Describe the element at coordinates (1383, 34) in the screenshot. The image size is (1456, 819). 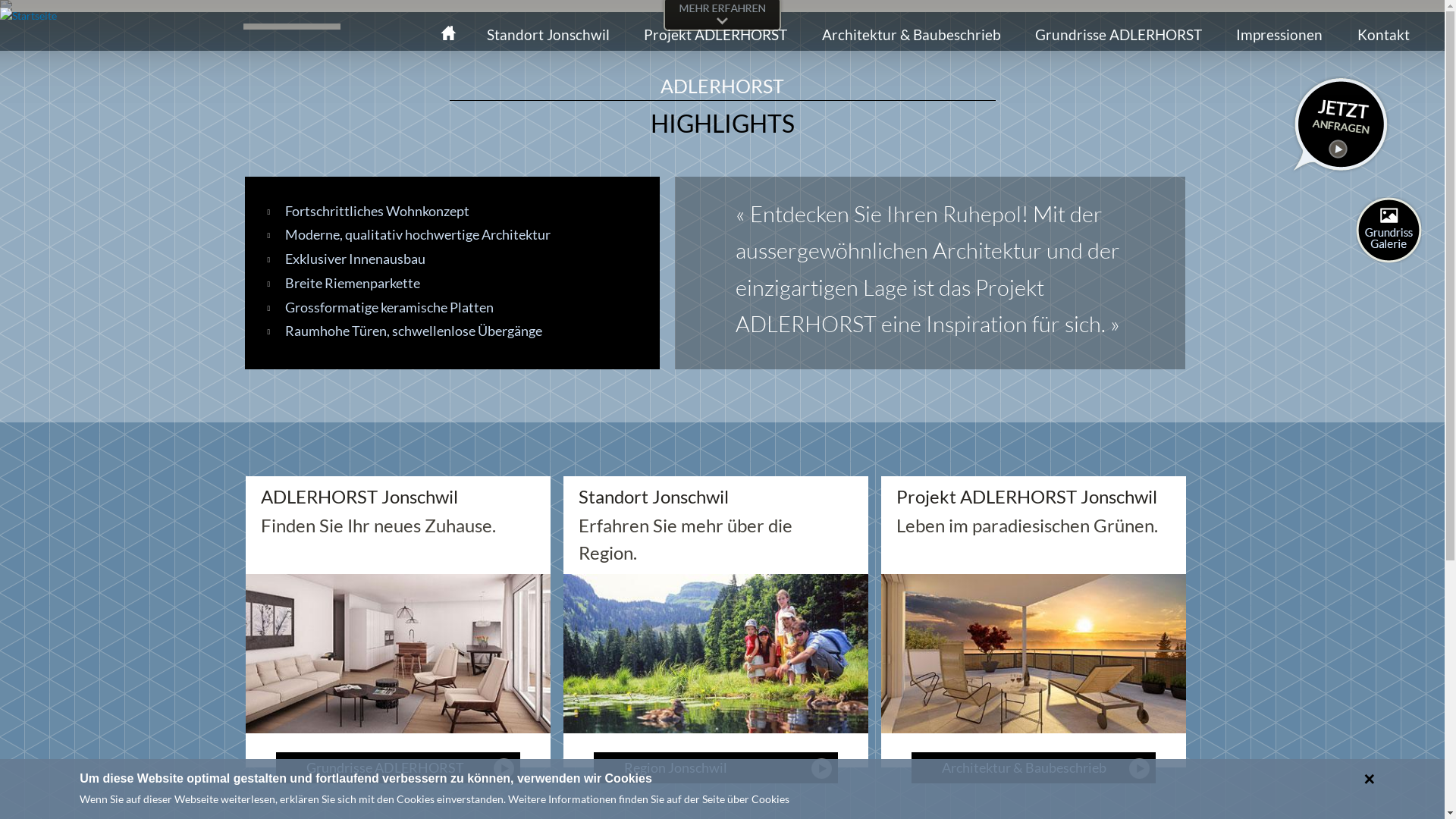
I see `'Kontakt'` at that location.